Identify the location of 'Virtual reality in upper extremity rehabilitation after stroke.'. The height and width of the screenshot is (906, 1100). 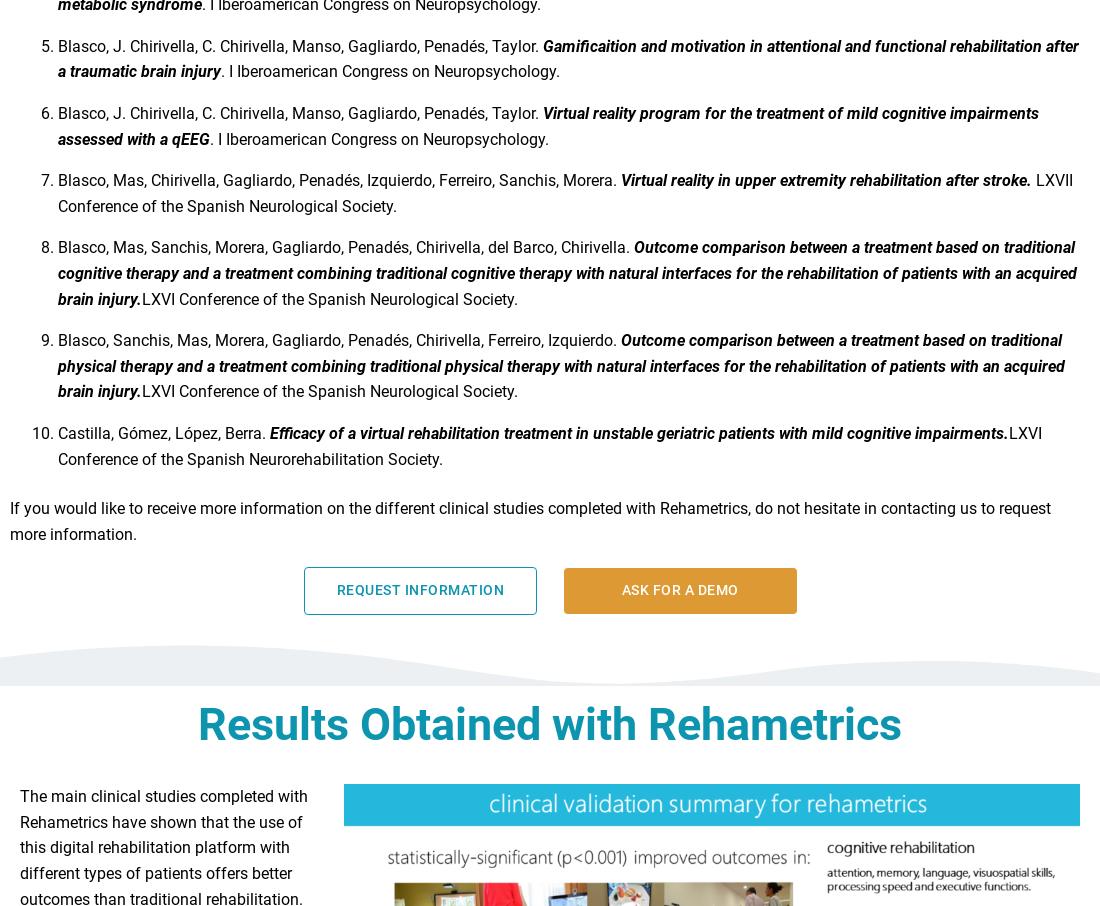
(827, 188).